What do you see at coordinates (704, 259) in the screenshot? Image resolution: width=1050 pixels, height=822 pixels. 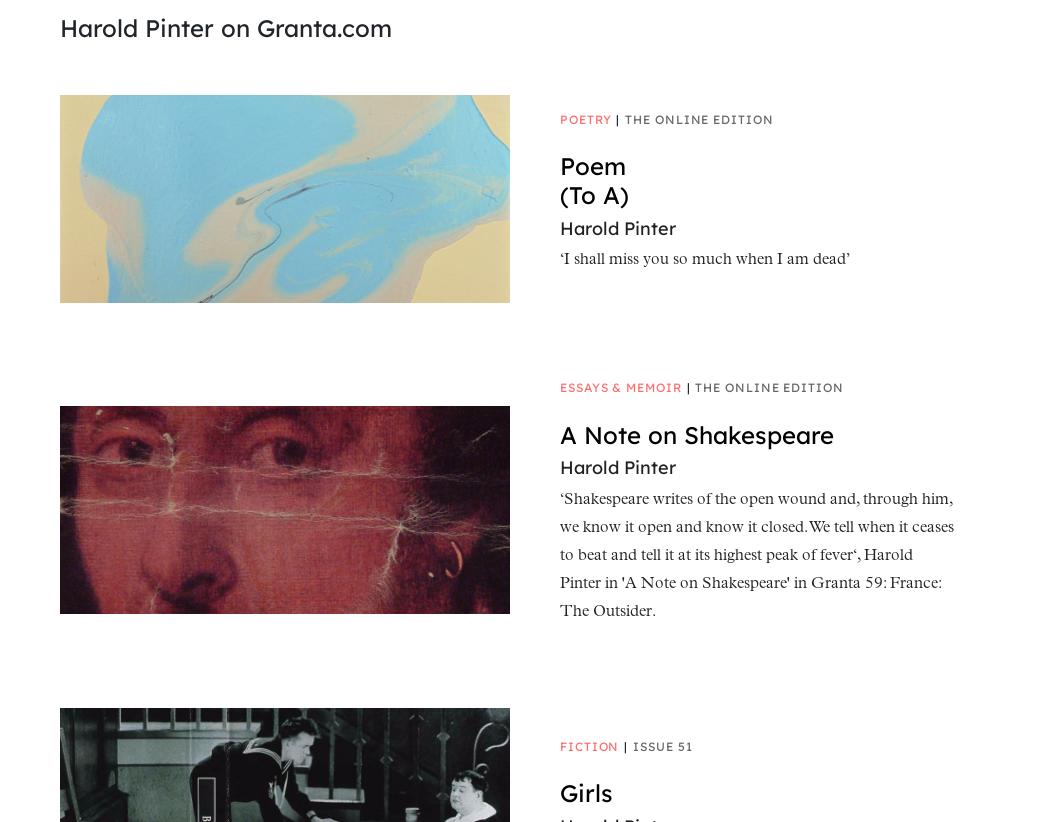 I see `'‘I shall miss you so much when I am dead’'` at bounding box center [704, 259].